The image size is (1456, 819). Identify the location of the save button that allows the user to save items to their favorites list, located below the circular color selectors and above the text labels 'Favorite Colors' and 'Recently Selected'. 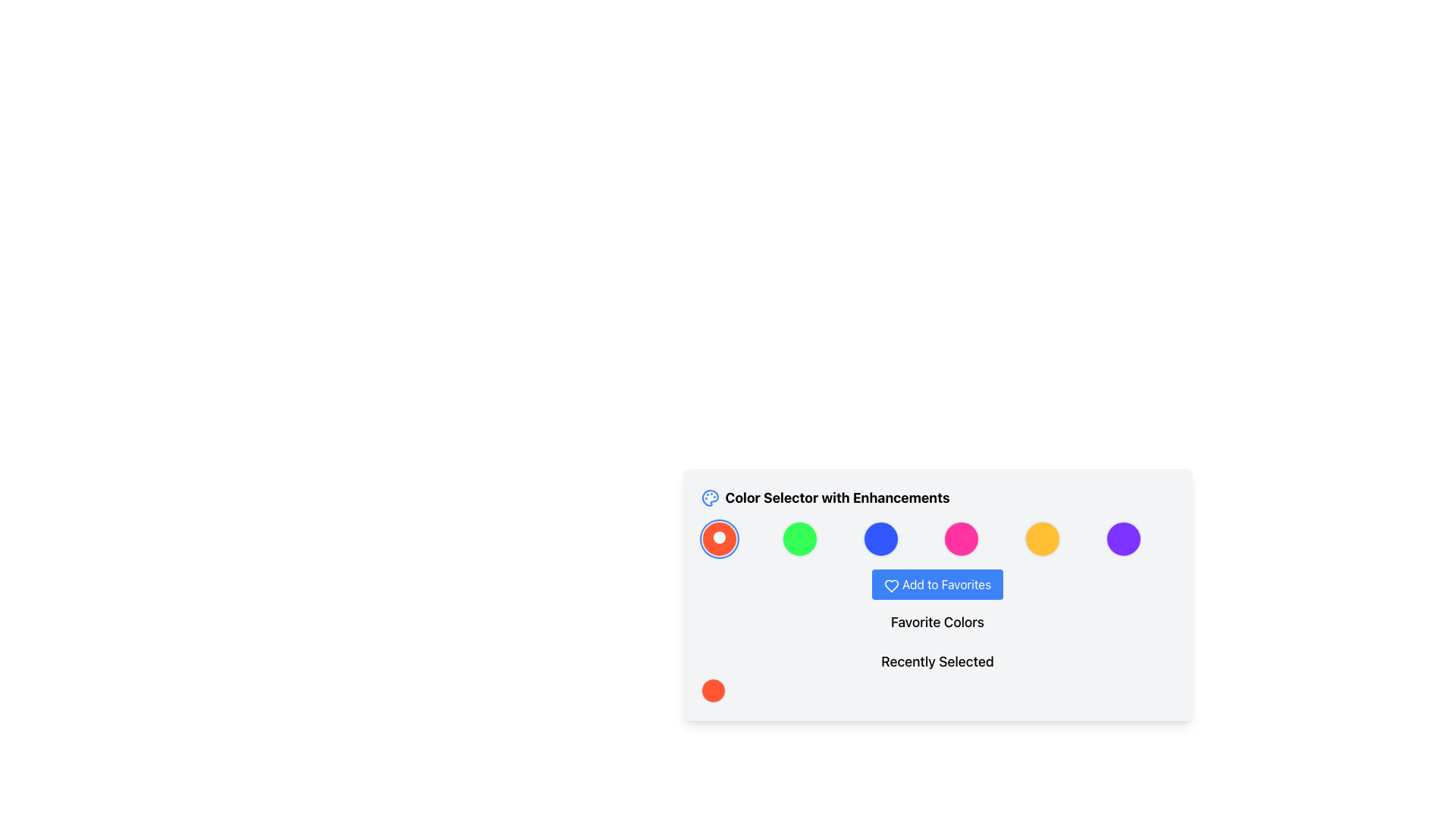
(937, 595).